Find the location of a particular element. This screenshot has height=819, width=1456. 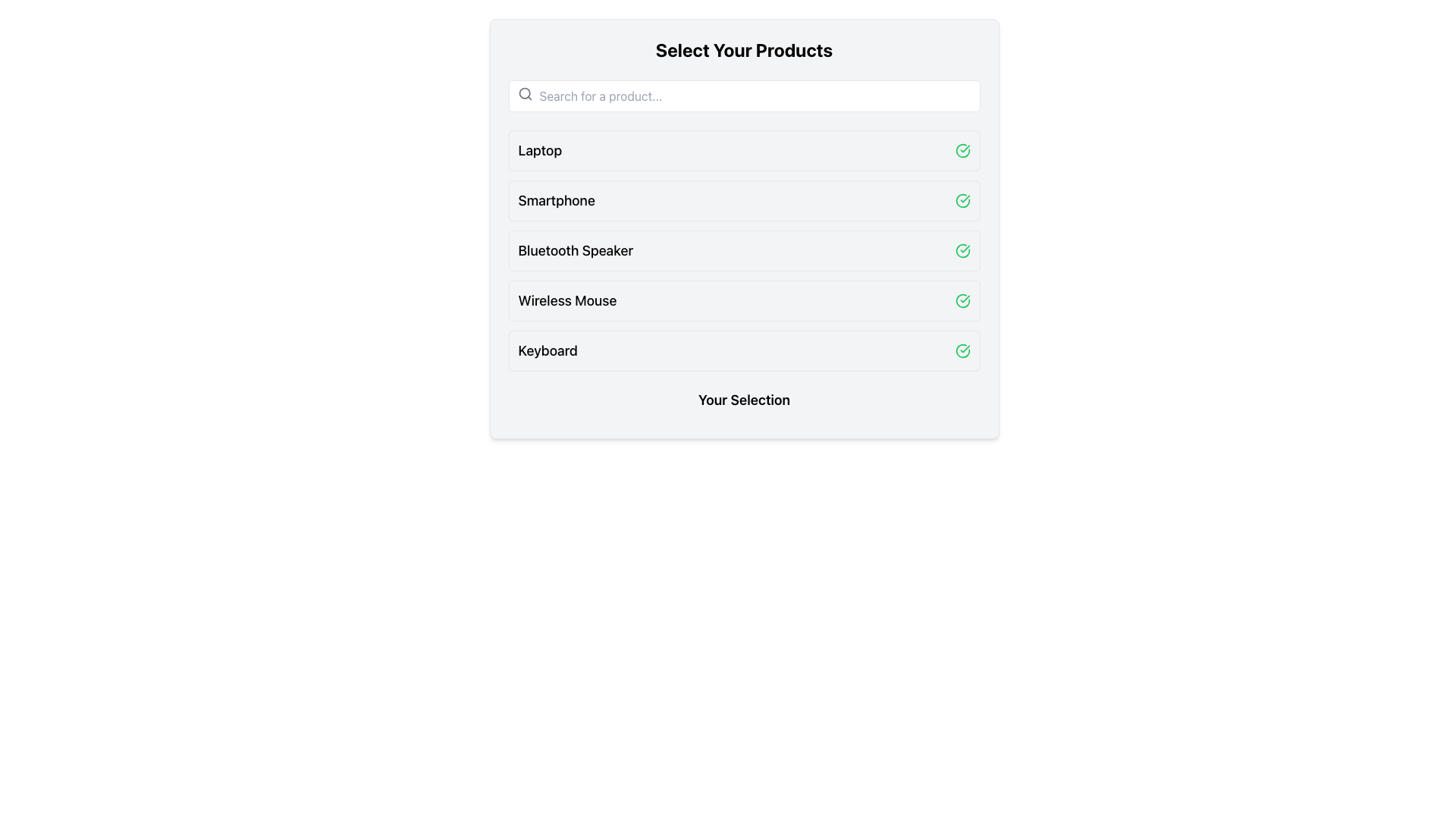

the circular green outlined icon with a checkmark inside, located at the far right side of the row labeled 'Laptop' is located at coordinates (962, 151).